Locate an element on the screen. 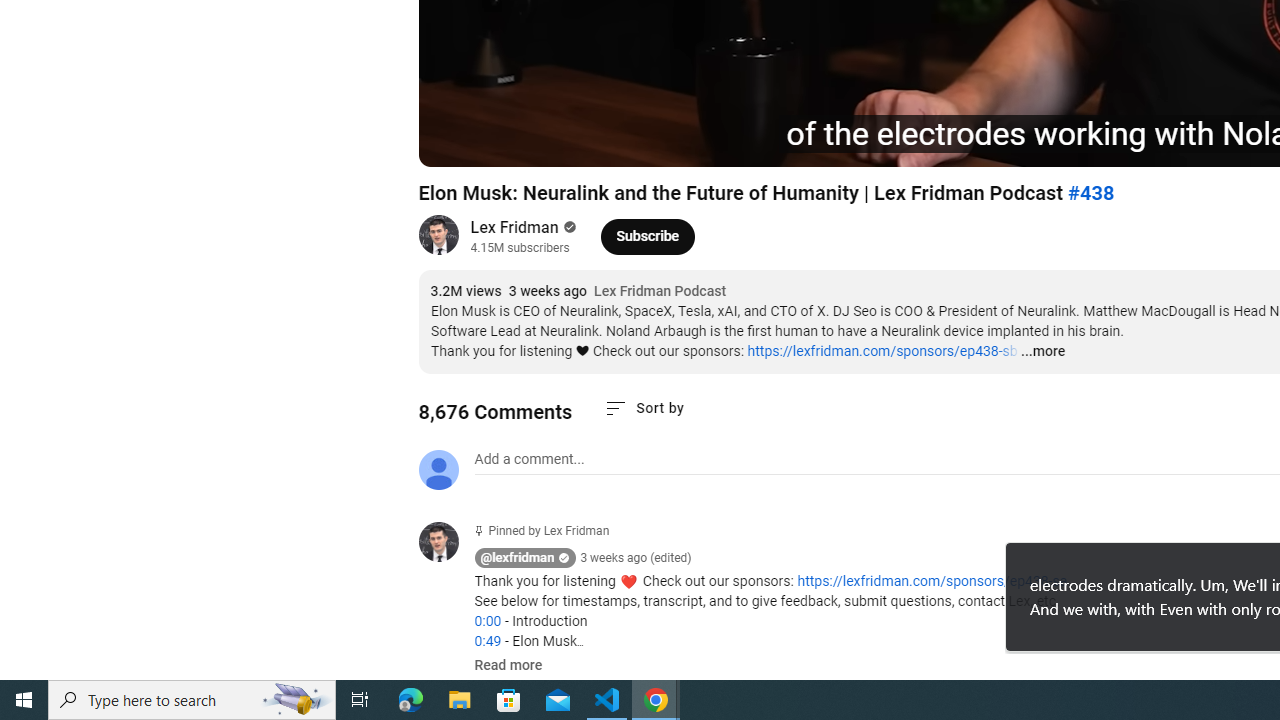 This screenshot has width=1280, height=720. 'Default profile photo' is located at coordinates (438, 470).